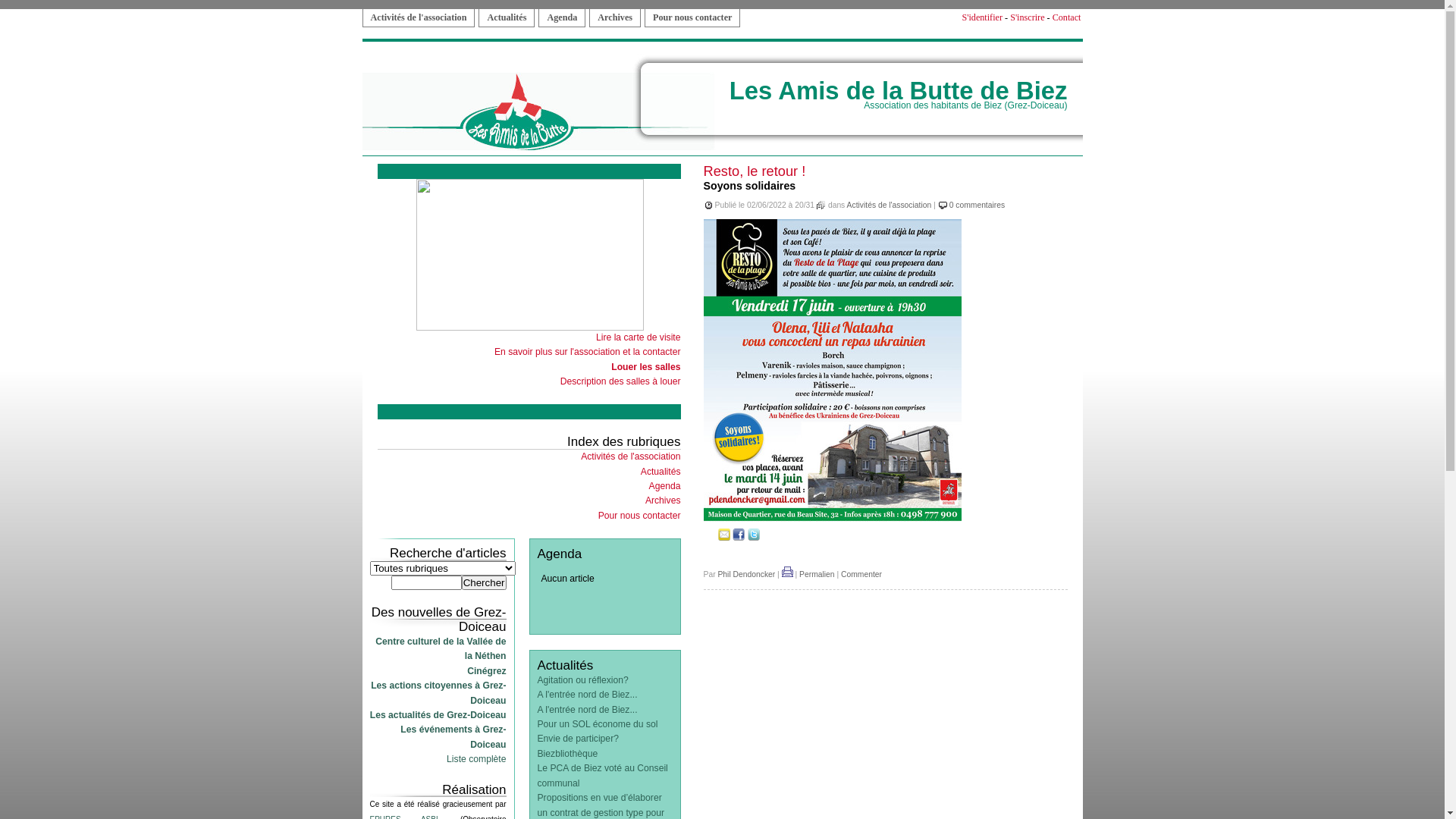 The width and height of the screenshot is (1456, 819). Describe the element at coordinates (691, 17) in the screenshot. I see `'Pour nous contacter'` at that location.